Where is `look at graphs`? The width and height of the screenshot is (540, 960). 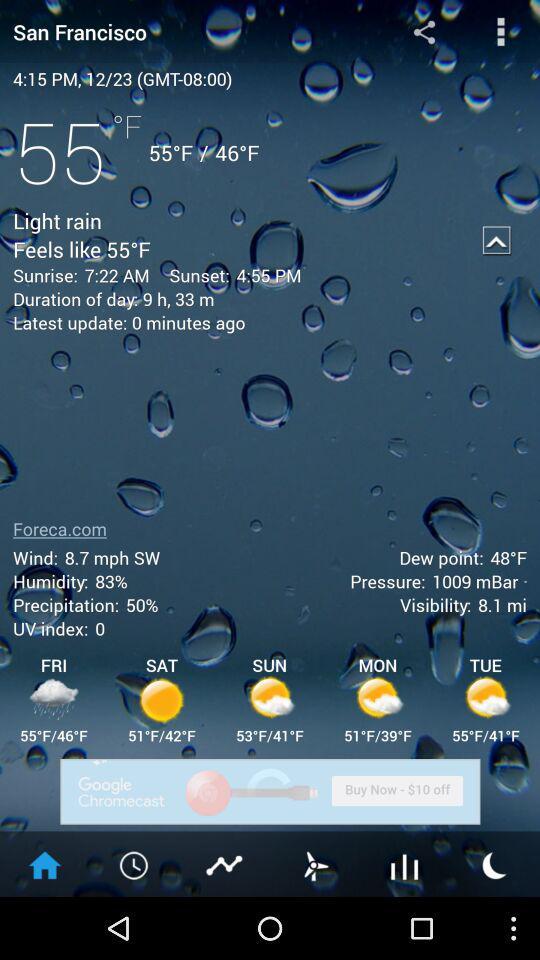
look at graphs is located at coordinates (405, 863).